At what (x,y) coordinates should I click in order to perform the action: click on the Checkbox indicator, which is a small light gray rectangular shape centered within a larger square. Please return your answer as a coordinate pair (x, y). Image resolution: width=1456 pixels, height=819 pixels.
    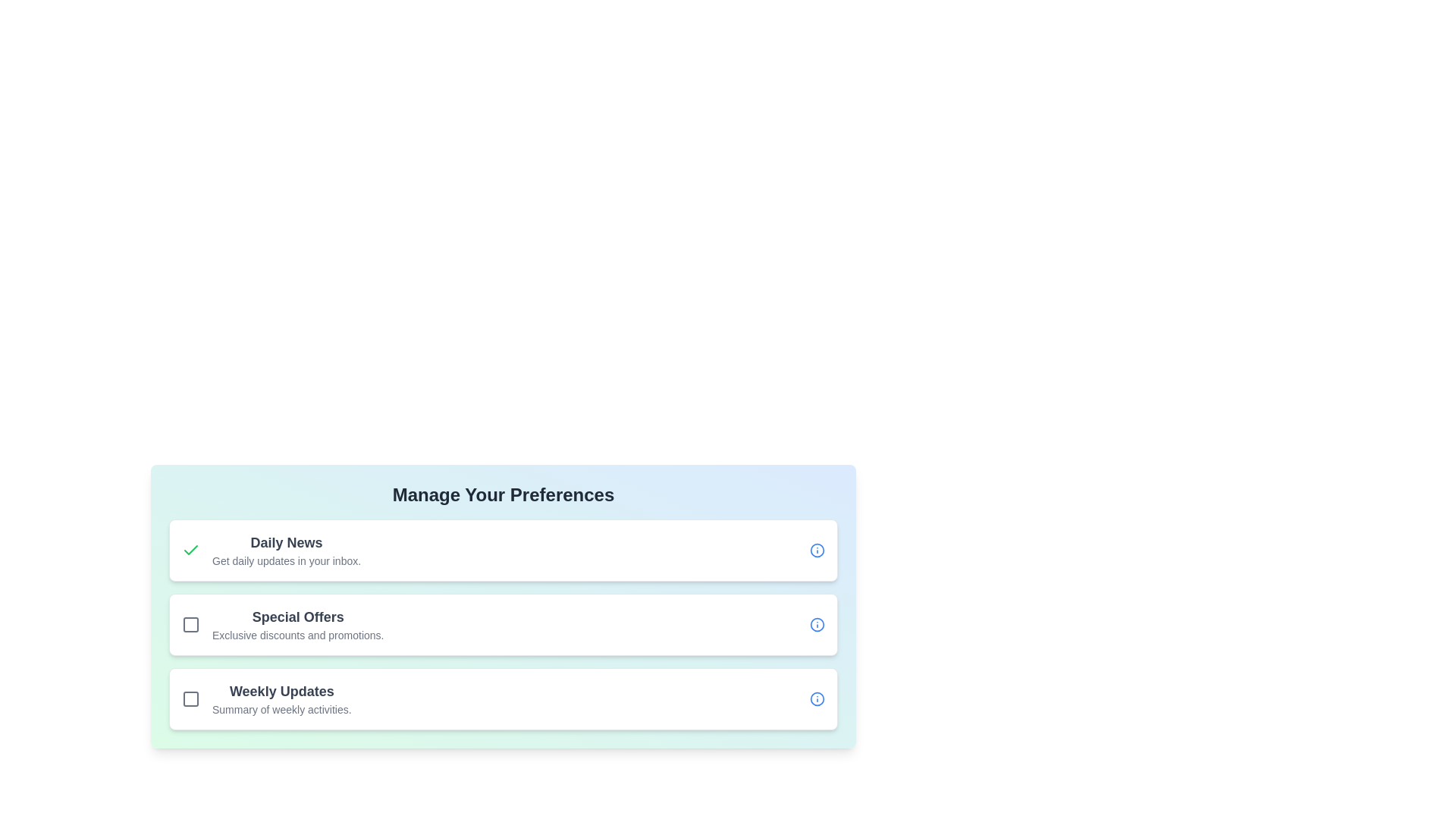
    Looking at the image, I should click on (190, 625).